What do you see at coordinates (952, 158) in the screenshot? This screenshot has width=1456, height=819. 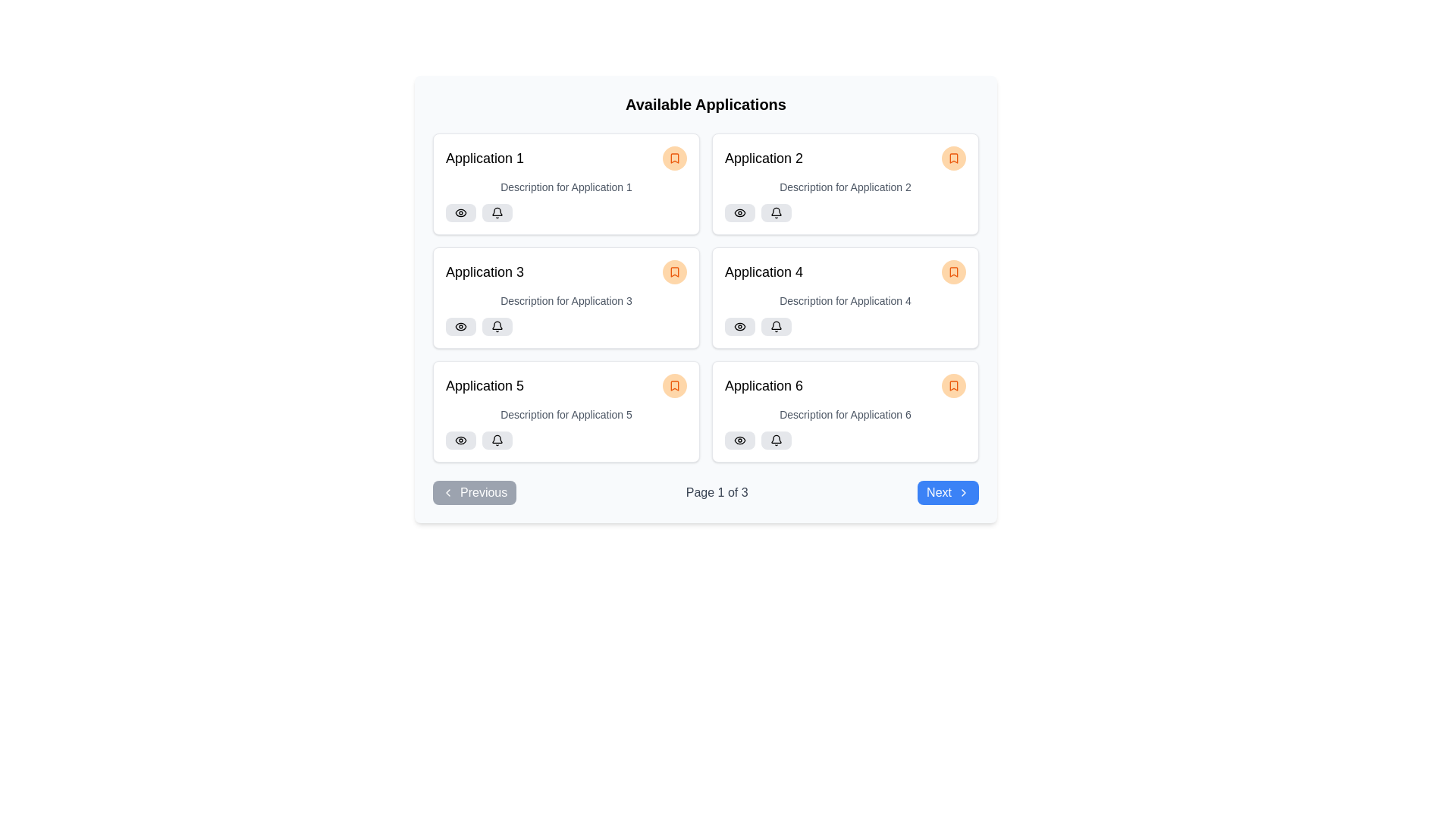 I see `the bookmark button located in the top-right region of the 'Application 2' card` at bounding box center [952, 158].